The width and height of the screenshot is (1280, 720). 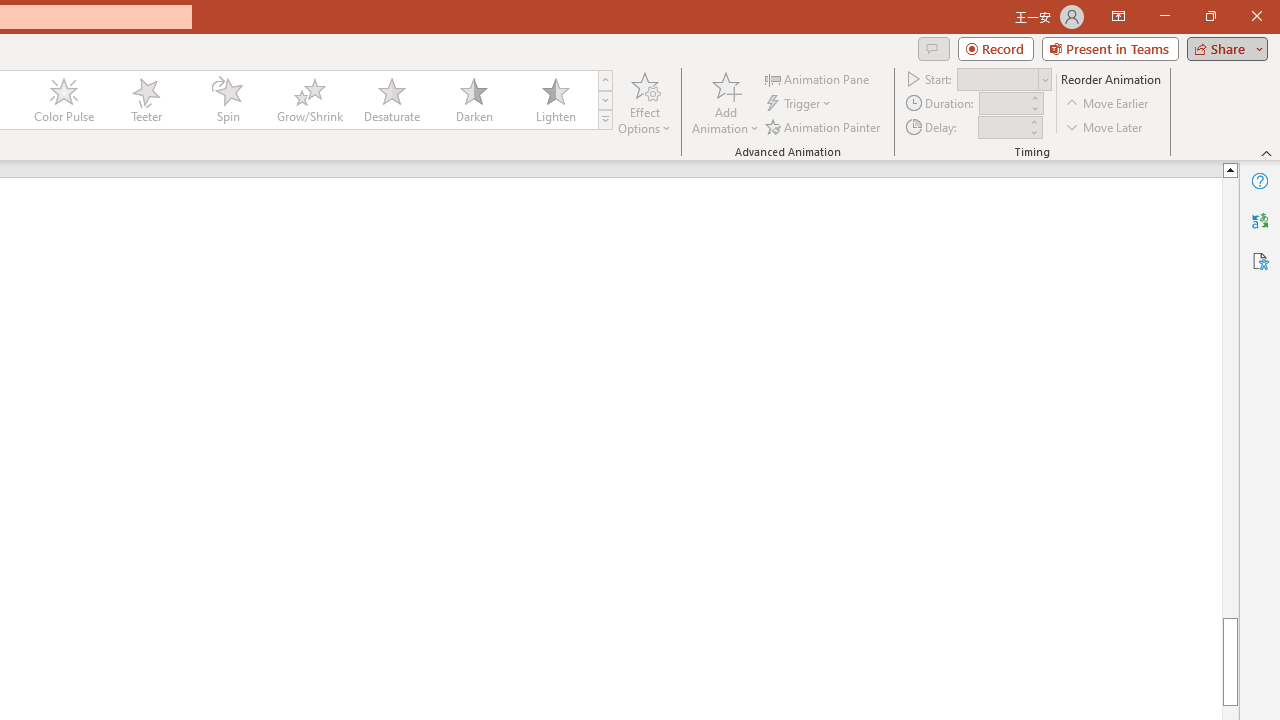 I want to click on 'Move Earlier', so click(x=1106, y=103).